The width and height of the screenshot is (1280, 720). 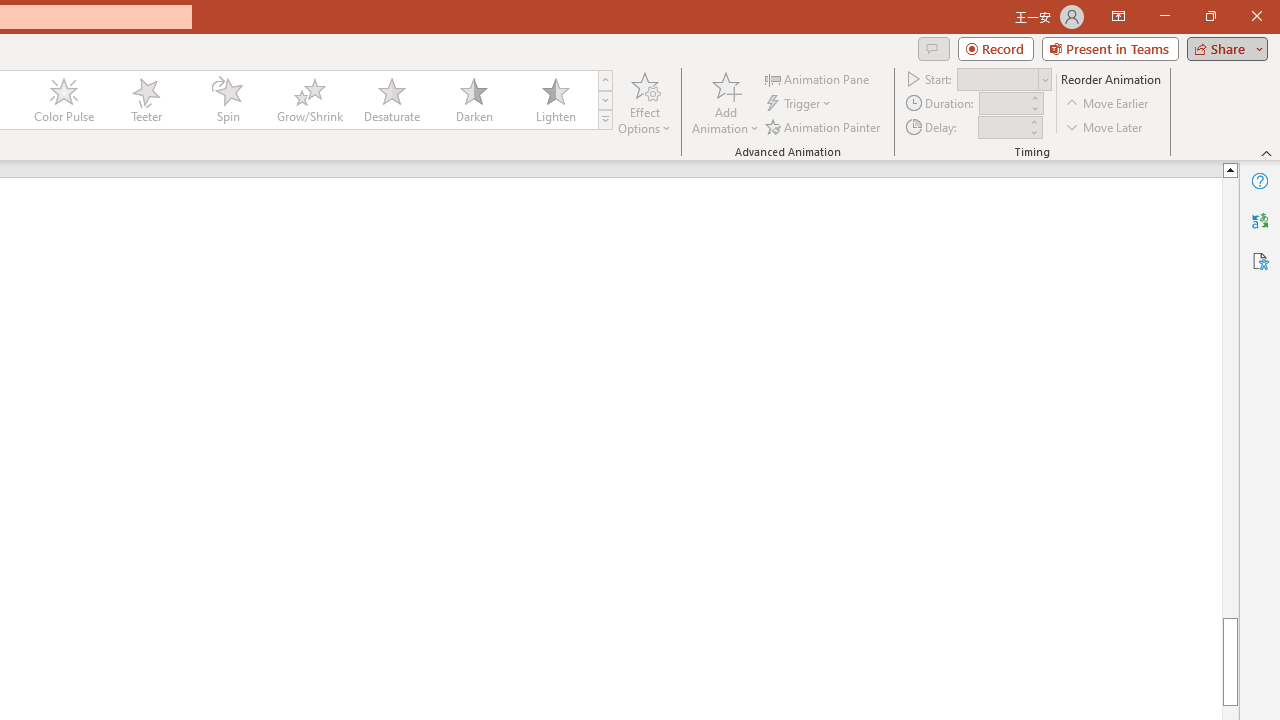 I want to click on 'Move Earlier', so click(x=1106, y=103).